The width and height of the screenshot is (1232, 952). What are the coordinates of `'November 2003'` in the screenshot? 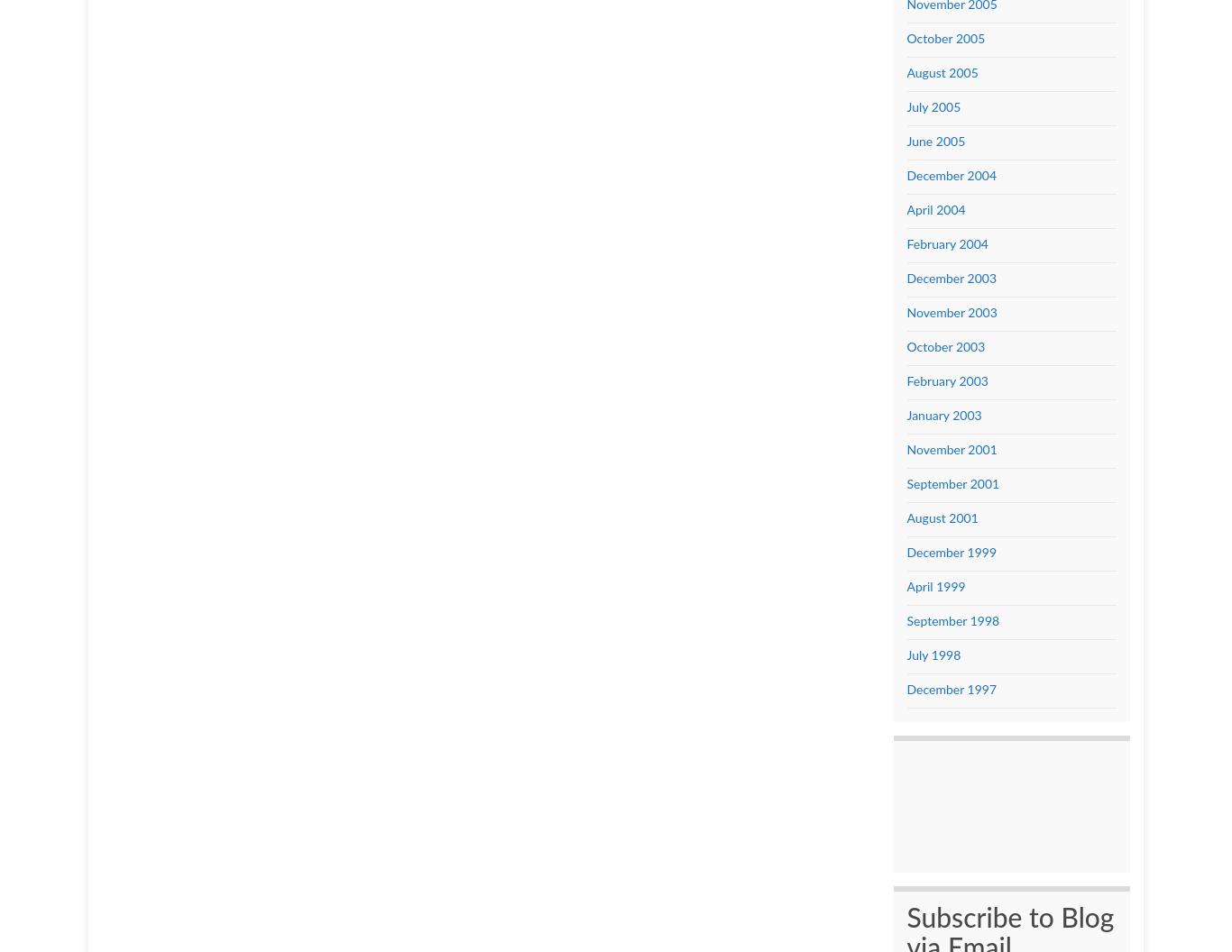 It's located at (950, 312).